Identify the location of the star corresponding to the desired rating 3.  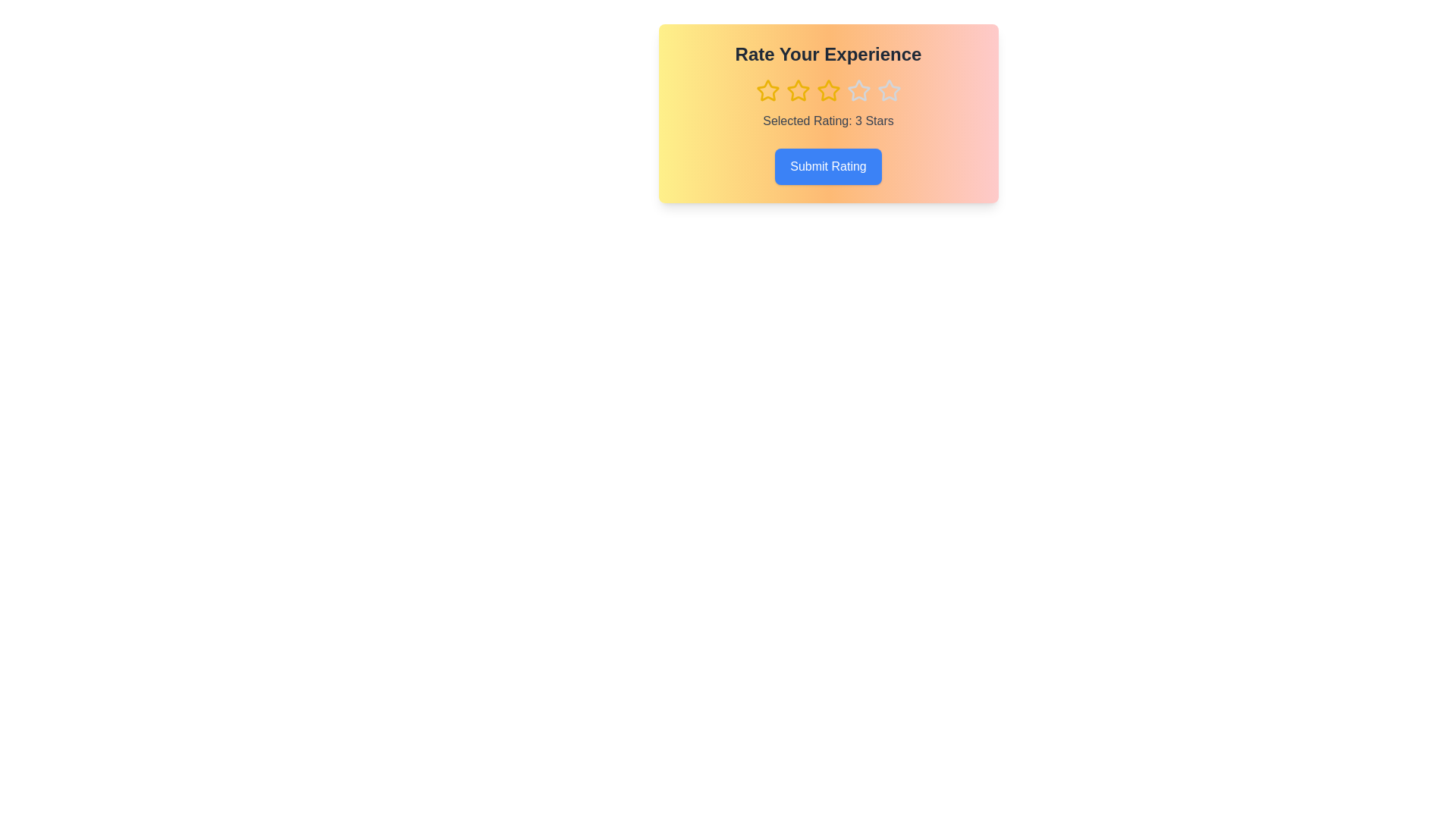
(827, 90).